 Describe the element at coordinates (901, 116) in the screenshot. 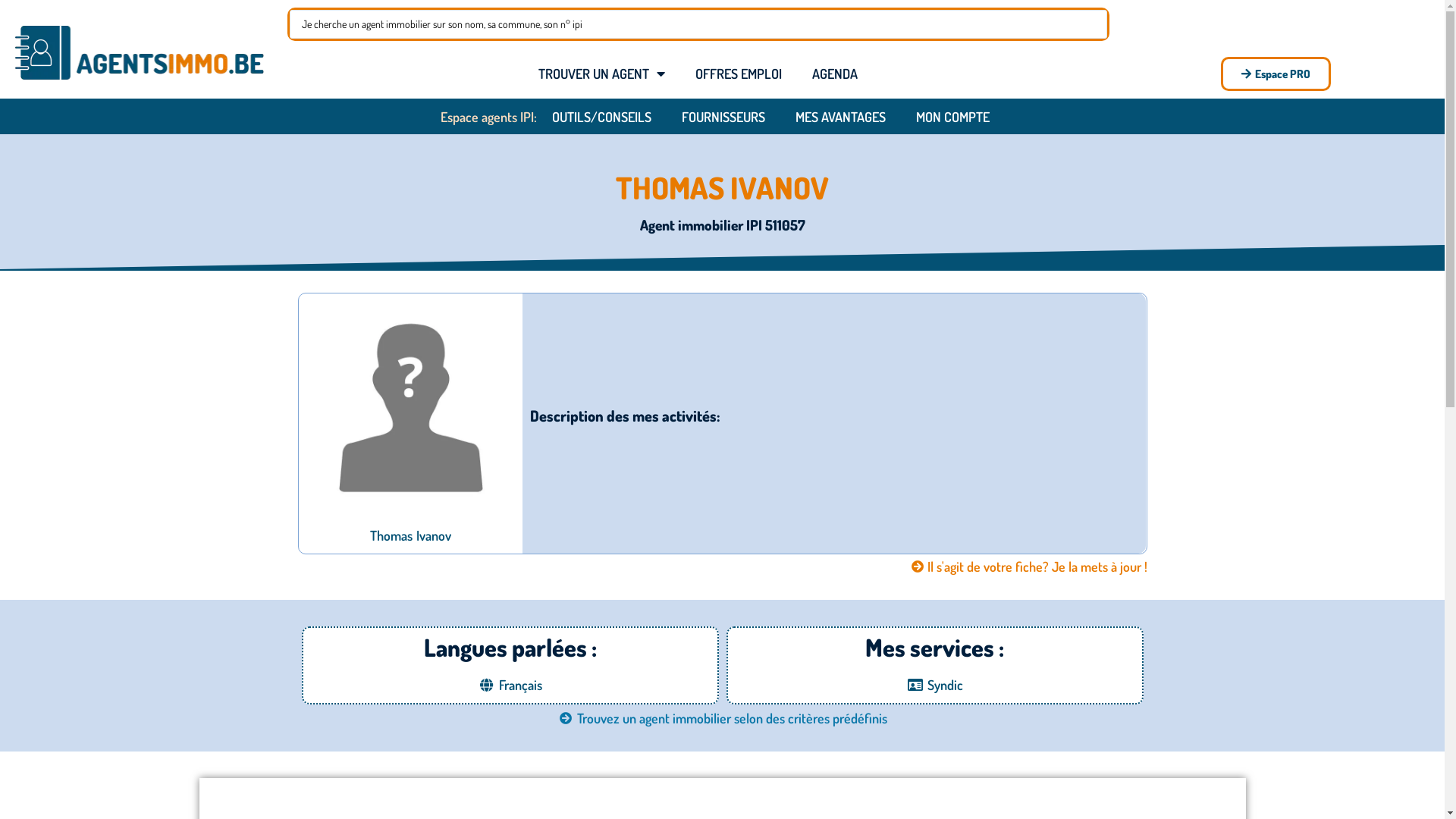

I see `'MON COMPTE'` at that location.